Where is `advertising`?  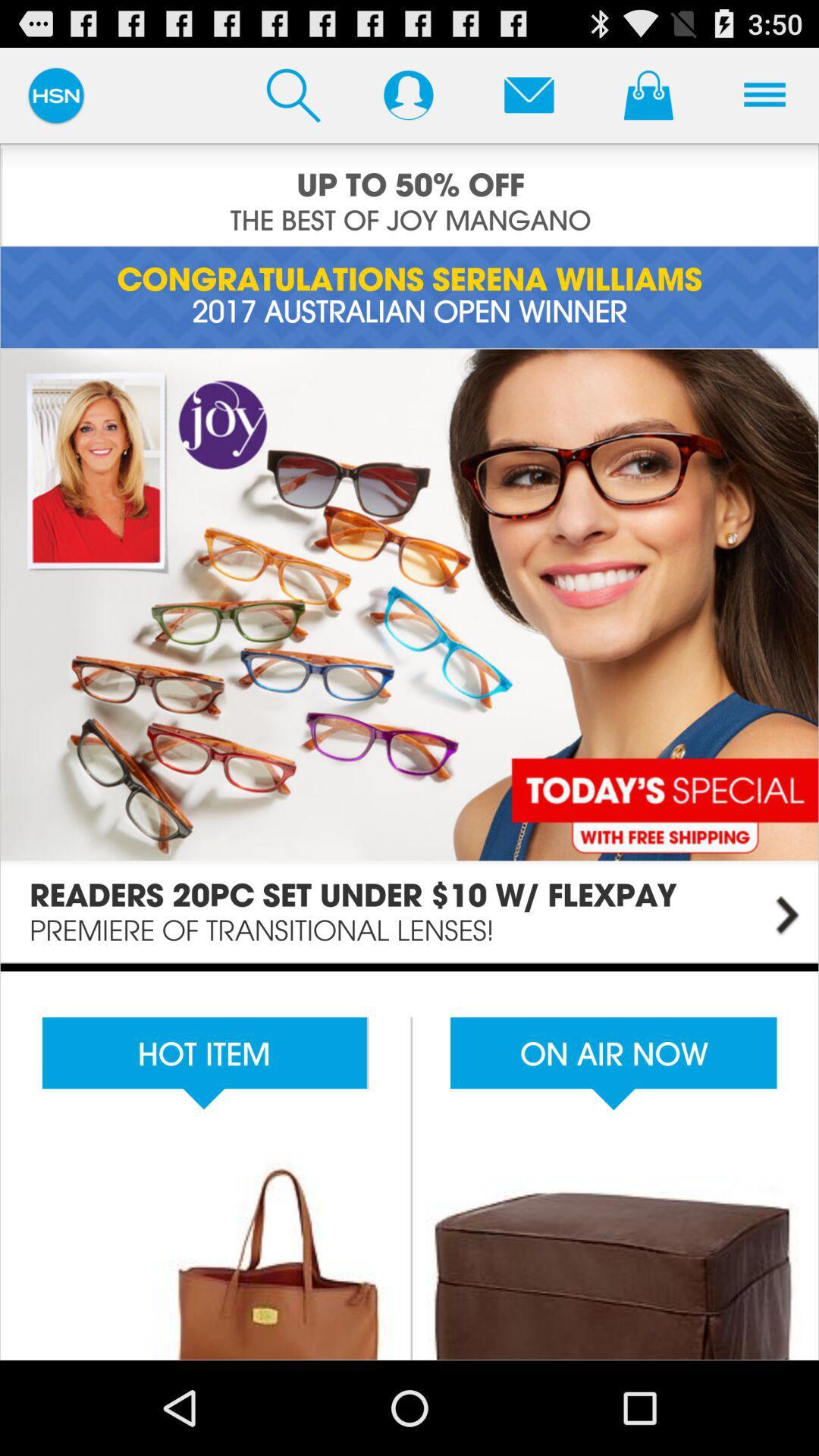 advertising is located at coordinates (409, 194).